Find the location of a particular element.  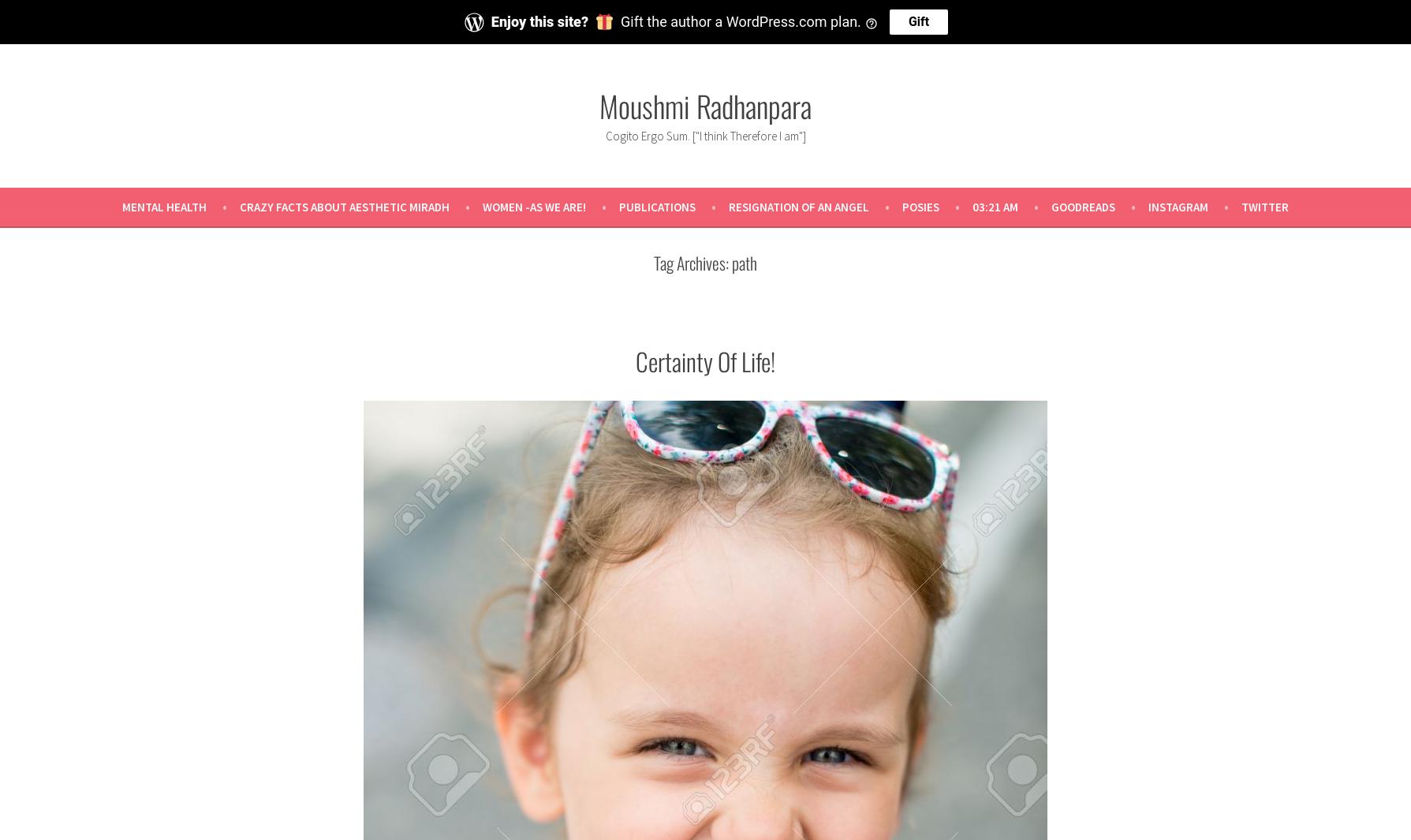

'Goodreads' is located at coordinates (1083, 205).